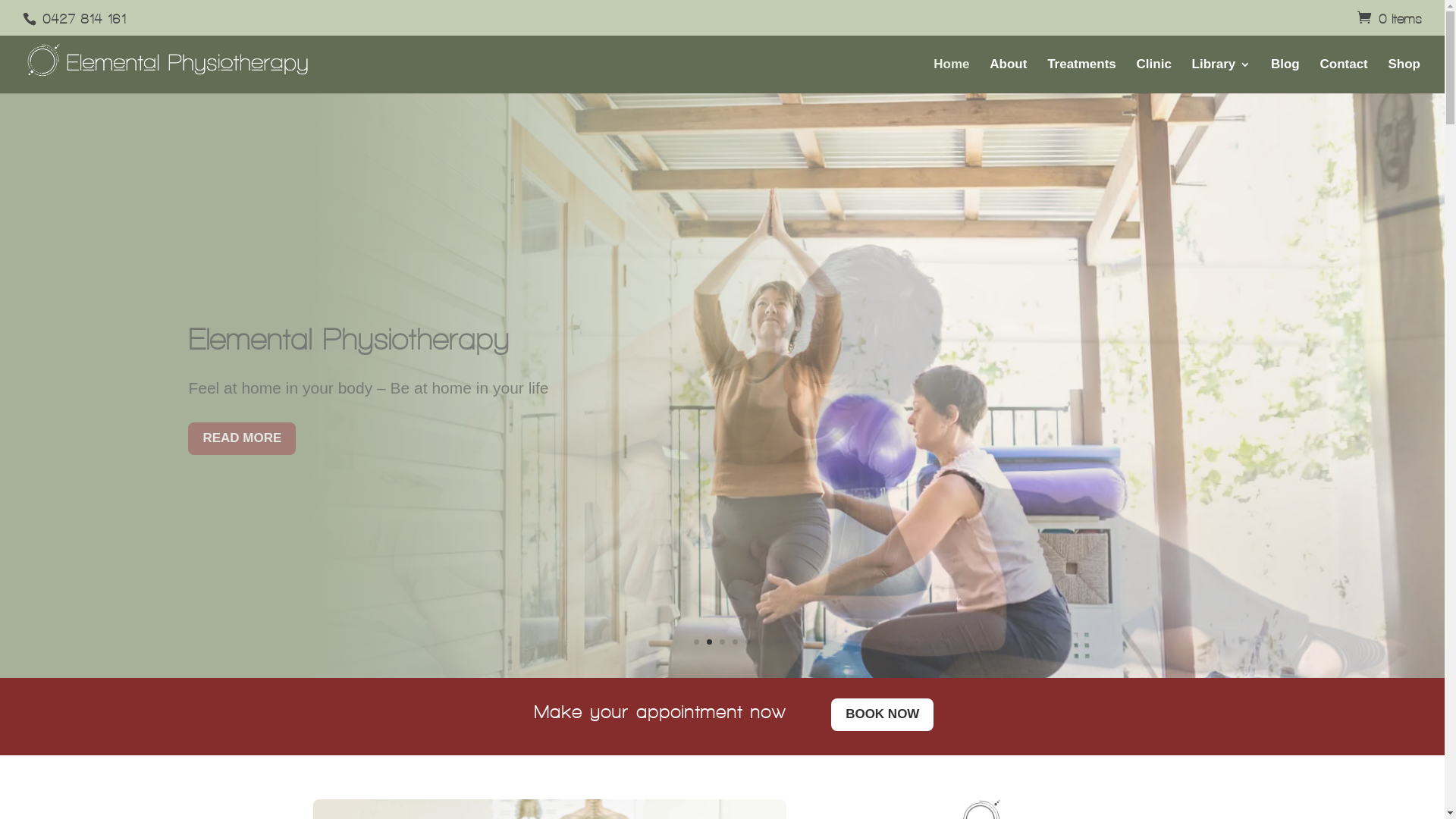  What do you see at coordinates (1153, 76) in the screenshot?
I see `'Clinic'` at bounding box center [1153, 76].